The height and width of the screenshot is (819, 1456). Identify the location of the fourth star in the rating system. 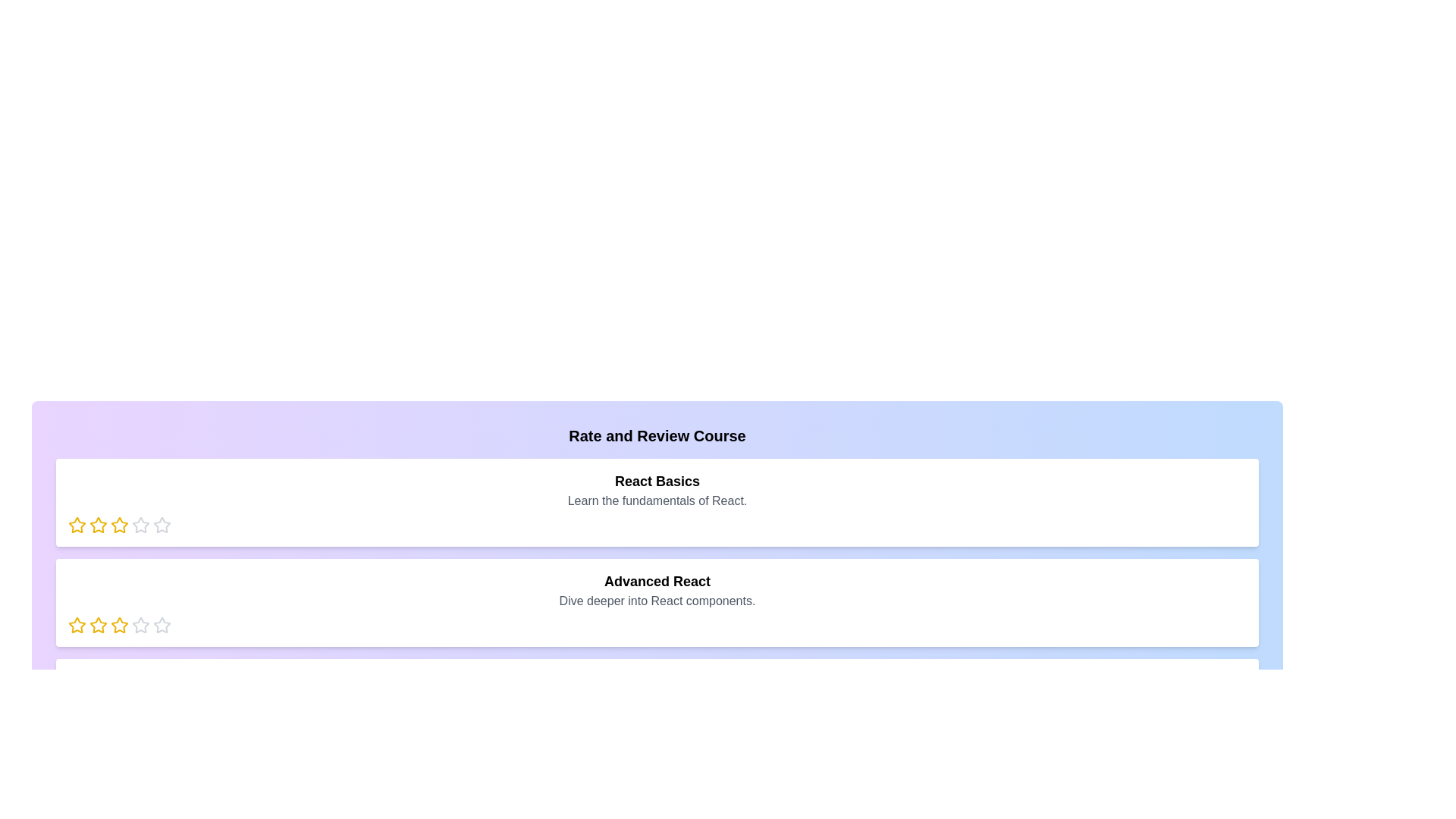
(162, 524).